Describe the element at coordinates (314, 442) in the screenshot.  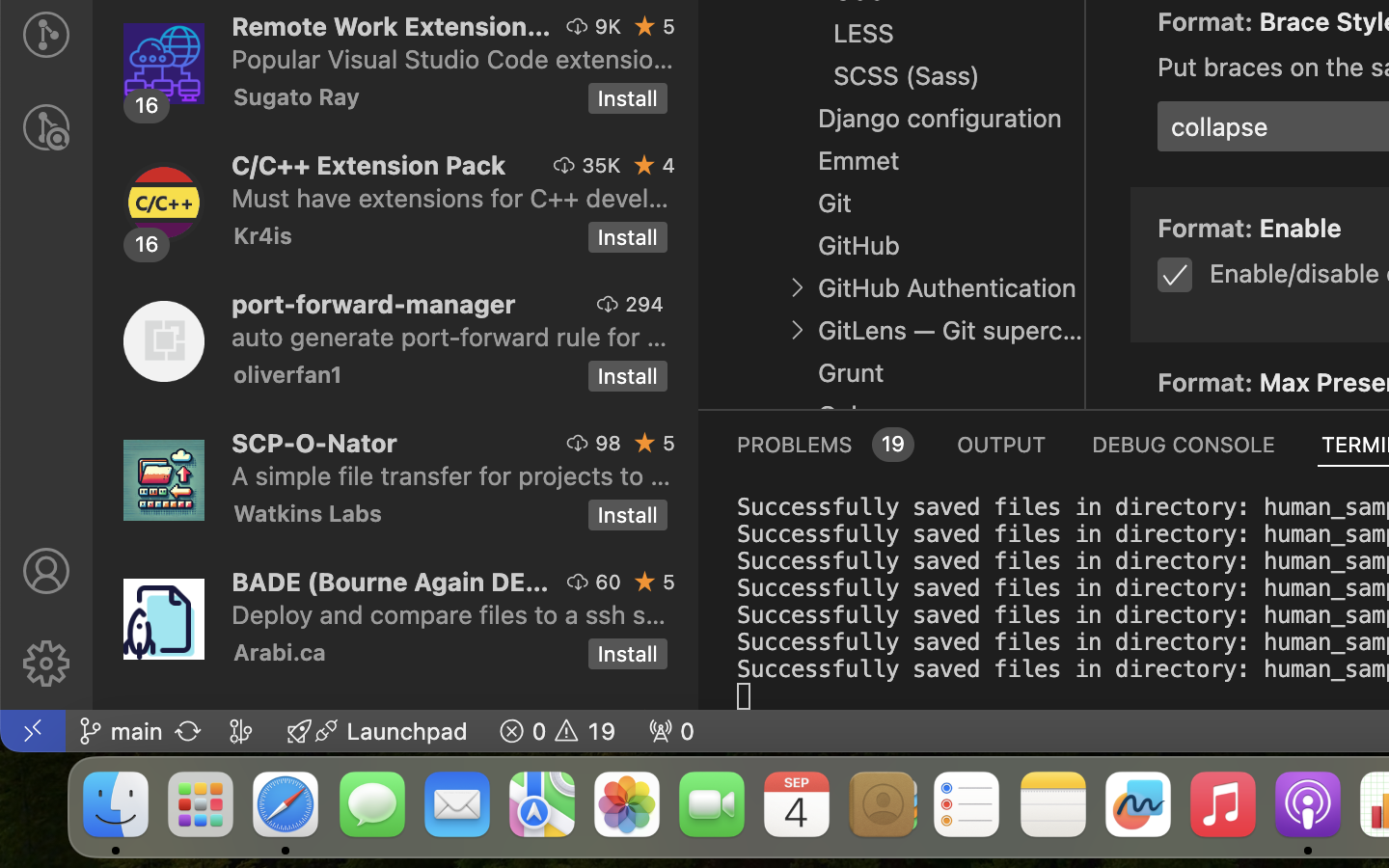
I see `'SCP-O-Nator'` at that location.